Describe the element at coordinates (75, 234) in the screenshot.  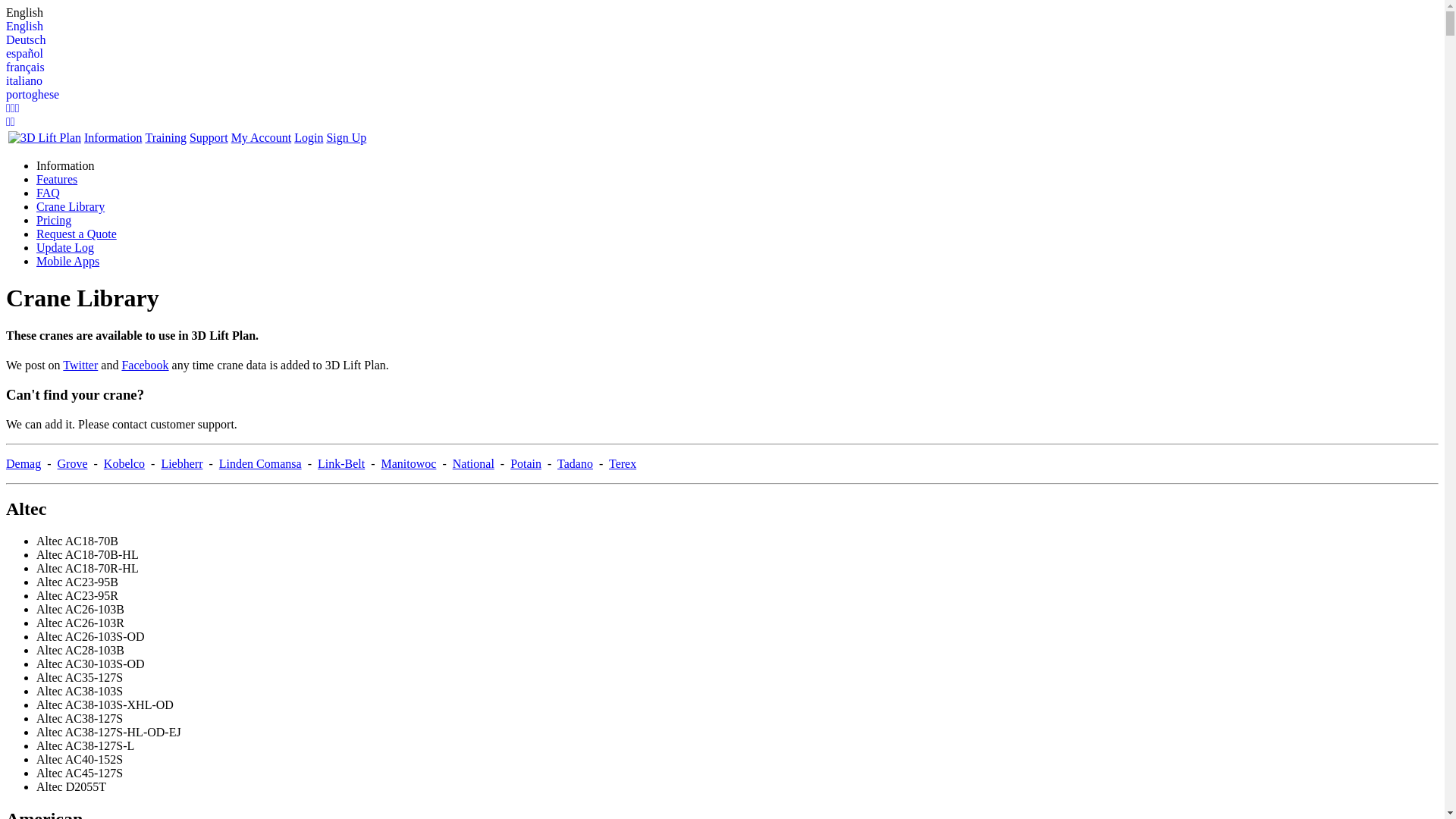
I see `'Request a Quote'` at that location.